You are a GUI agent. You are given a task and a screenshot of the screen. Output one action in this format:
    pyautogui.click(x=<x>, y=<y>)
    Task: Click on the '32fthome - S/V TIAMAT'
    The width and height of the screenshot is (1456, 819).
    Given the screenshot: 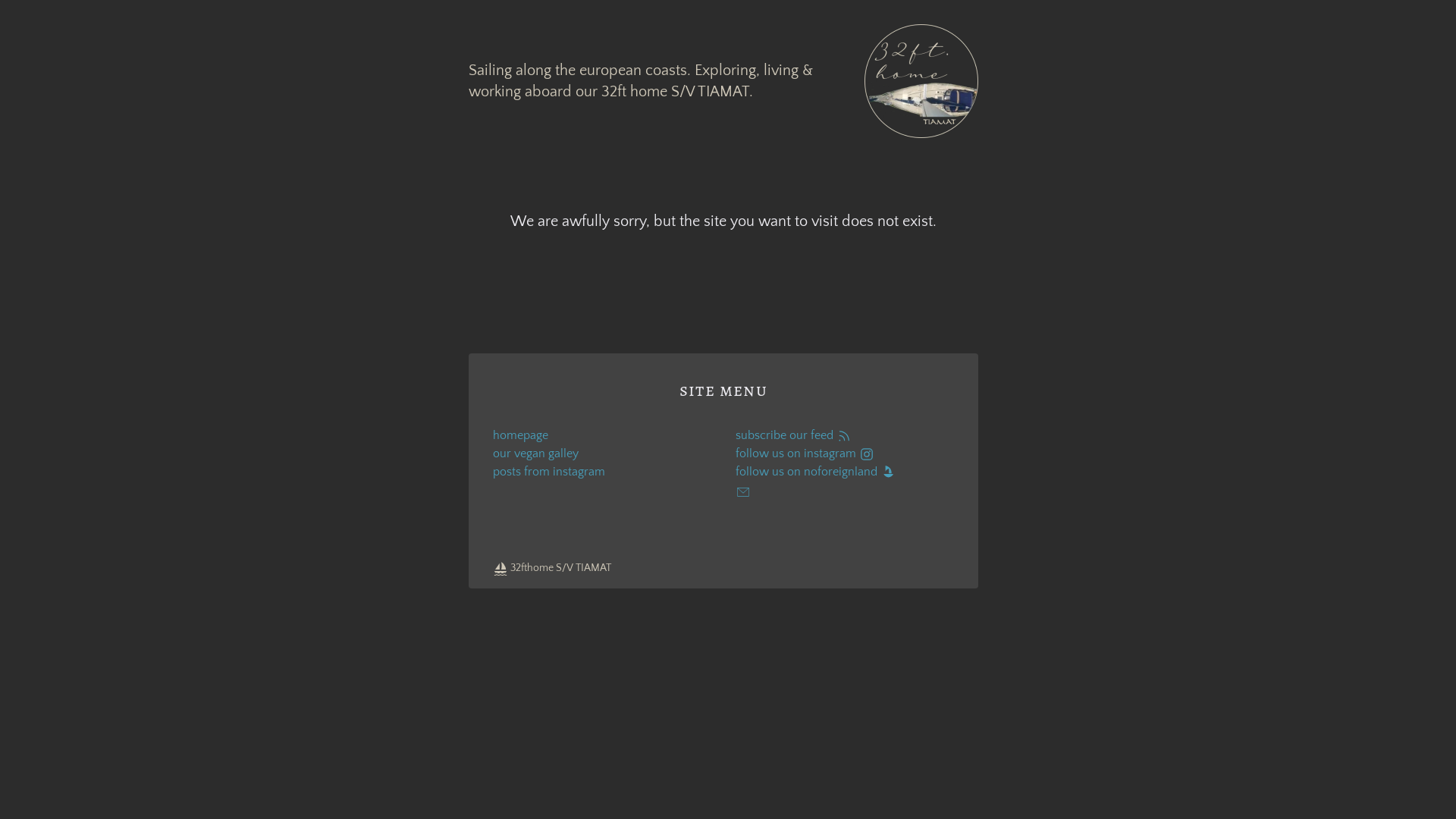 What is the action you would take?
    pyautogui.click(x=920, y=81)
    